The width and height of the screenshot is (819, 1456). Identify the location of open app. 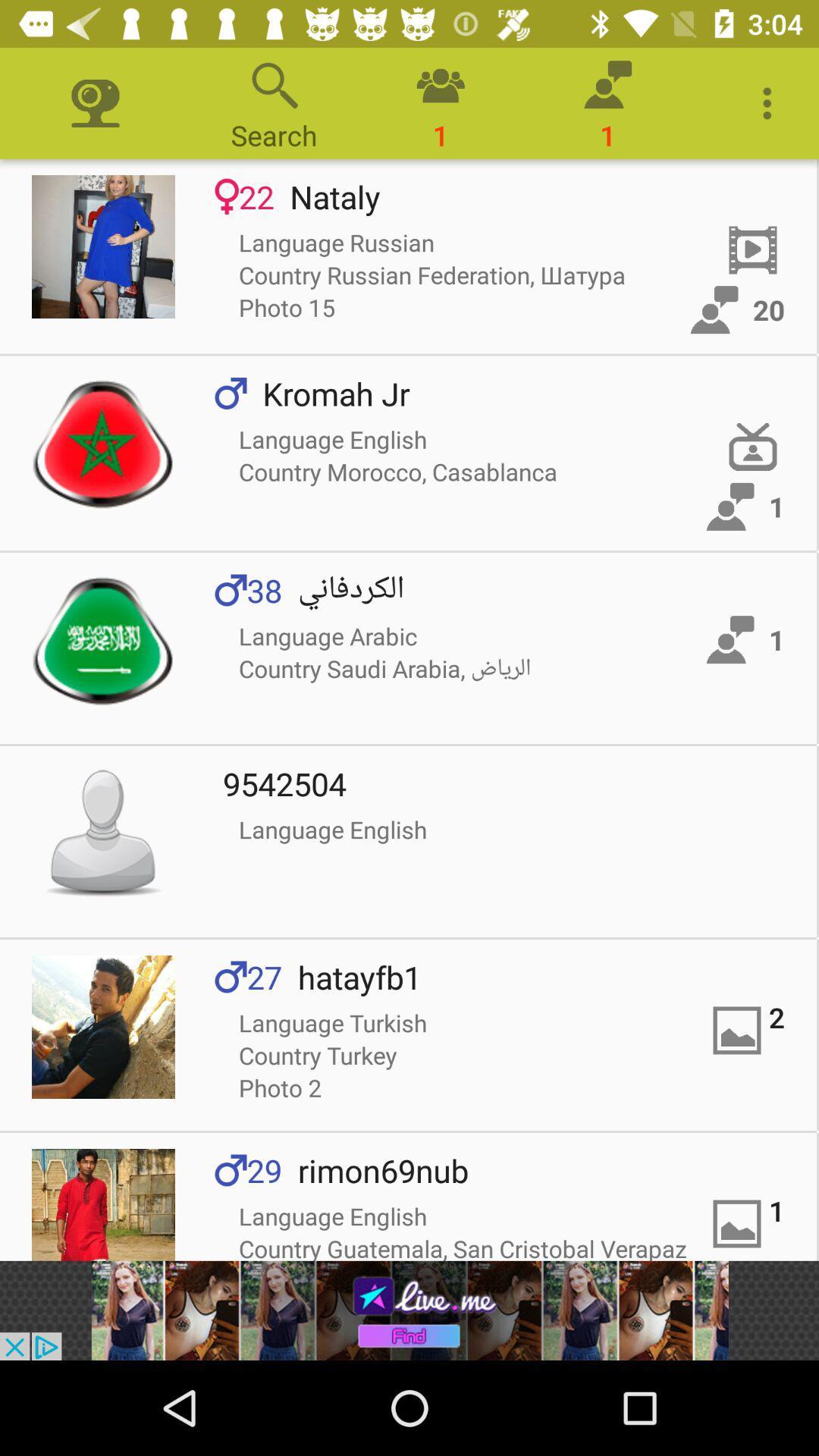
(102, 1203).